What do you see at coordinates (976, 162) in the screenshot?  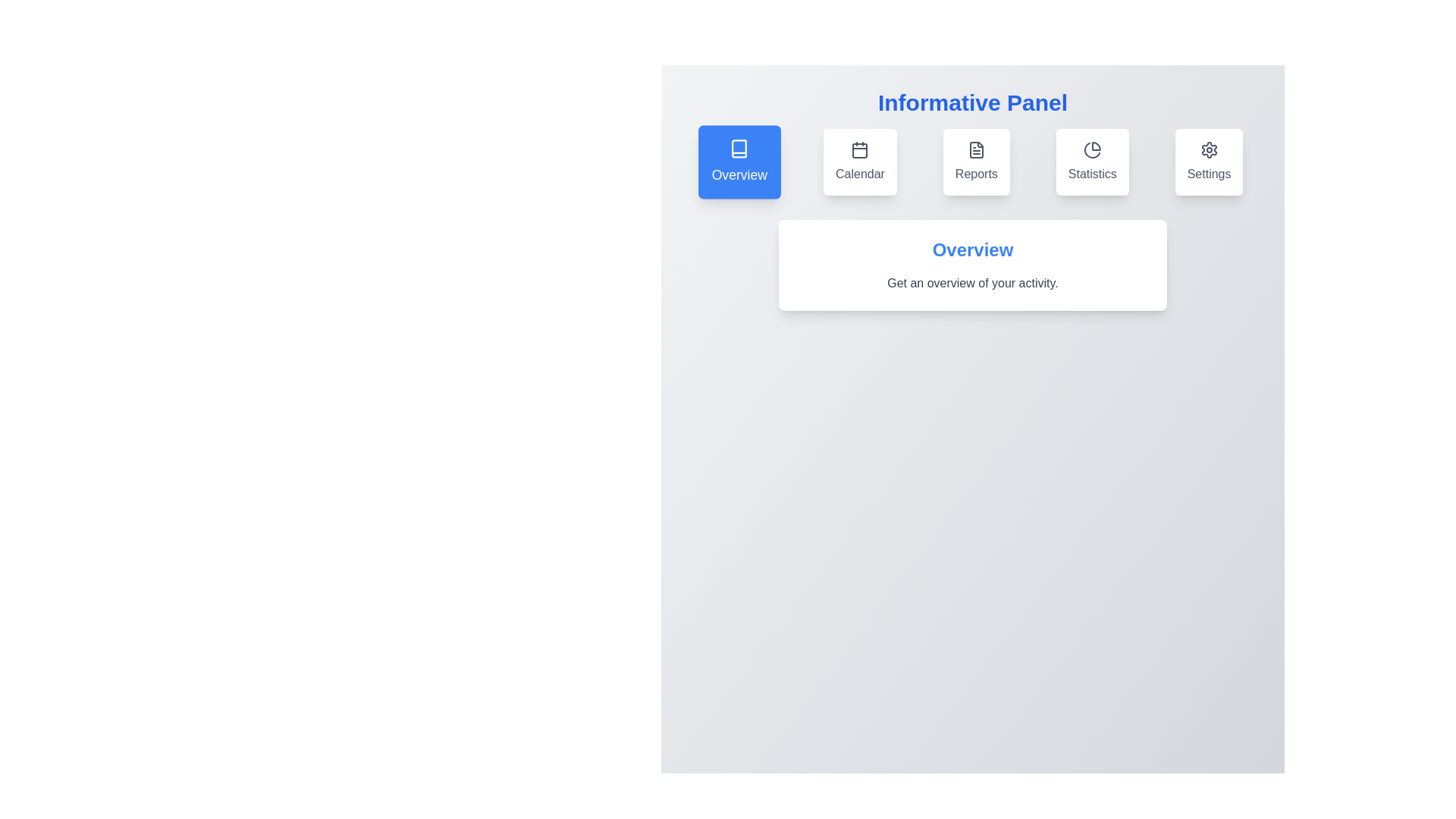 I see `the 'Reports' navigation button located between 'Calendar' and 'Statistics' for accessibility purposes` at bounding box center [976, 162].